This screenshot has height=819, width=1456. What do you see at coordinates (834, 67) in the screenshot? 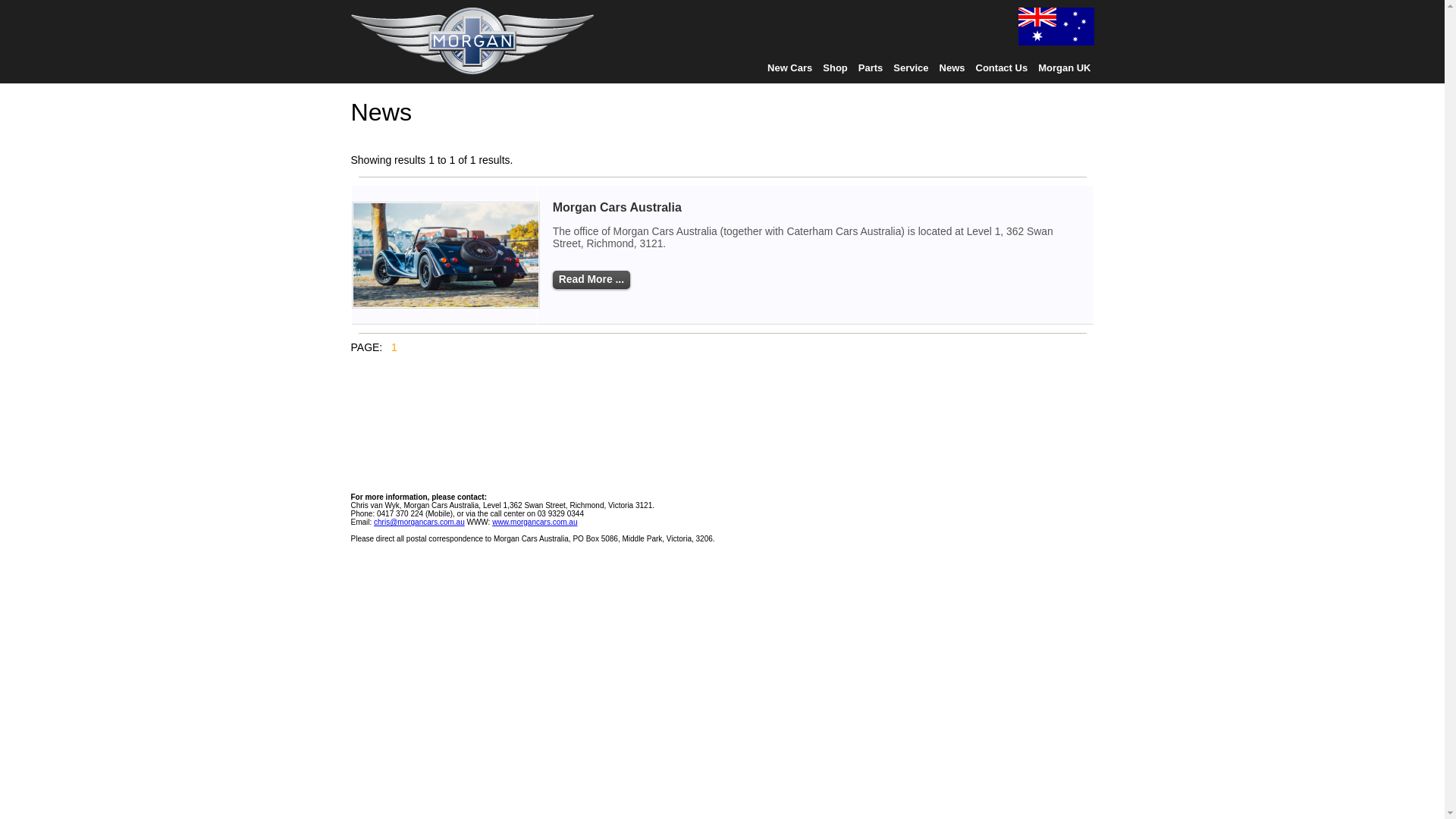
I see `'Shop'` at bounding box center [834, 67].